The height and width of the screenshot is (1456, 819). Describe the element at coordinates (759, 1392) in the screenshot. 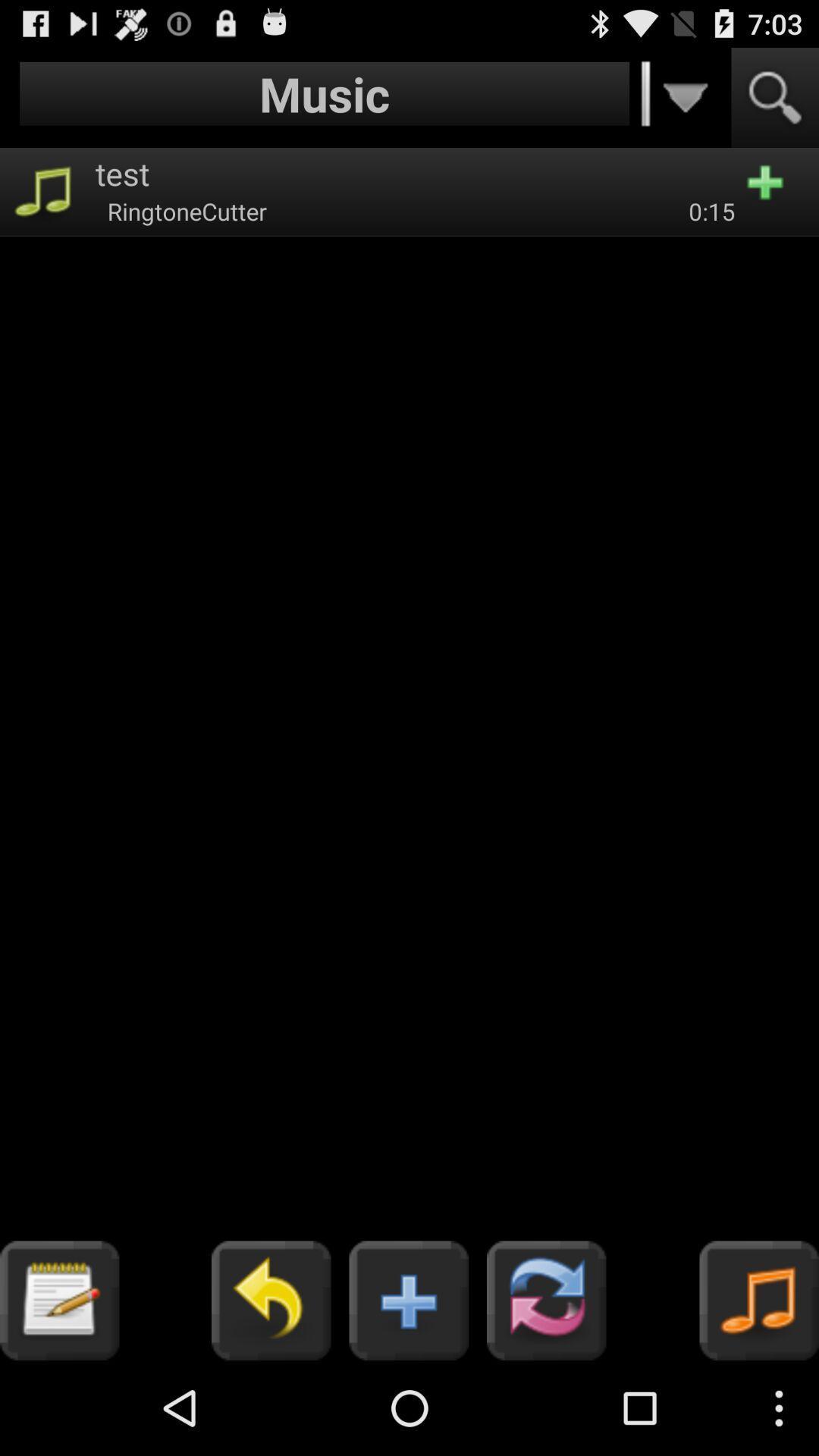

I see `the music icon` at that location.